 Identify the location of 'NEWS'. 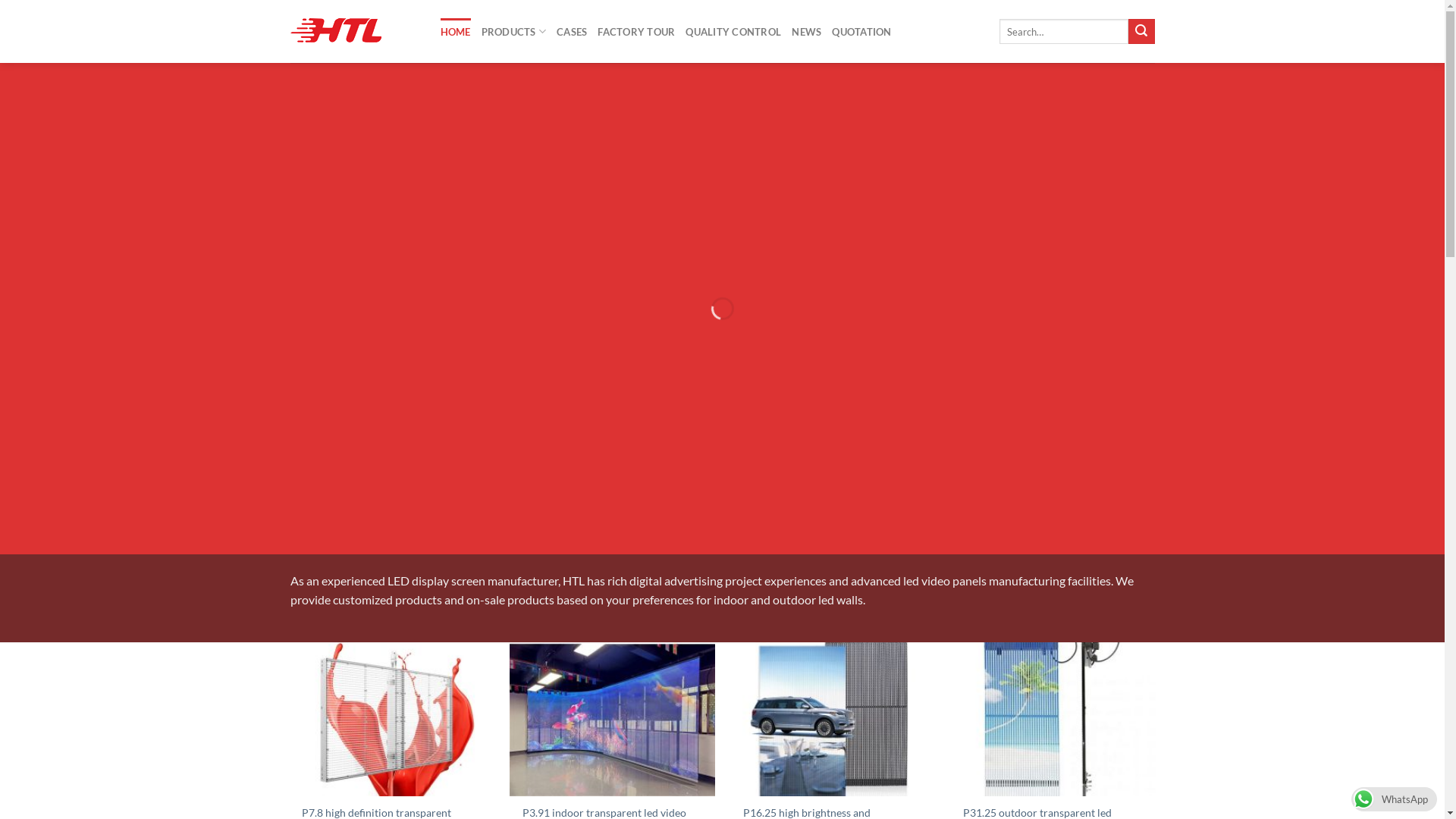
(805, 32).